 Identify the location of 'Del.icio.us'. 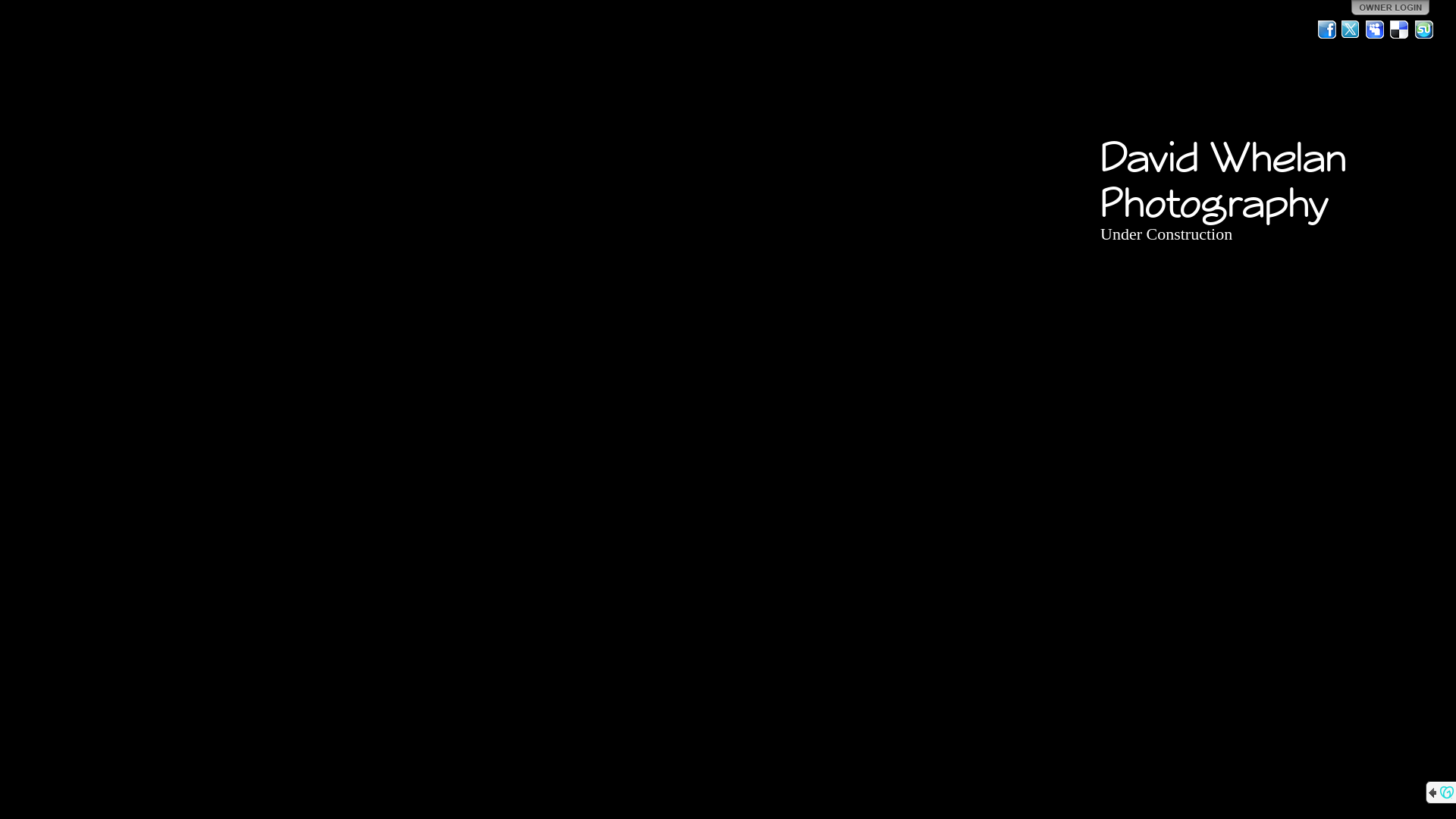
(1399, 29).